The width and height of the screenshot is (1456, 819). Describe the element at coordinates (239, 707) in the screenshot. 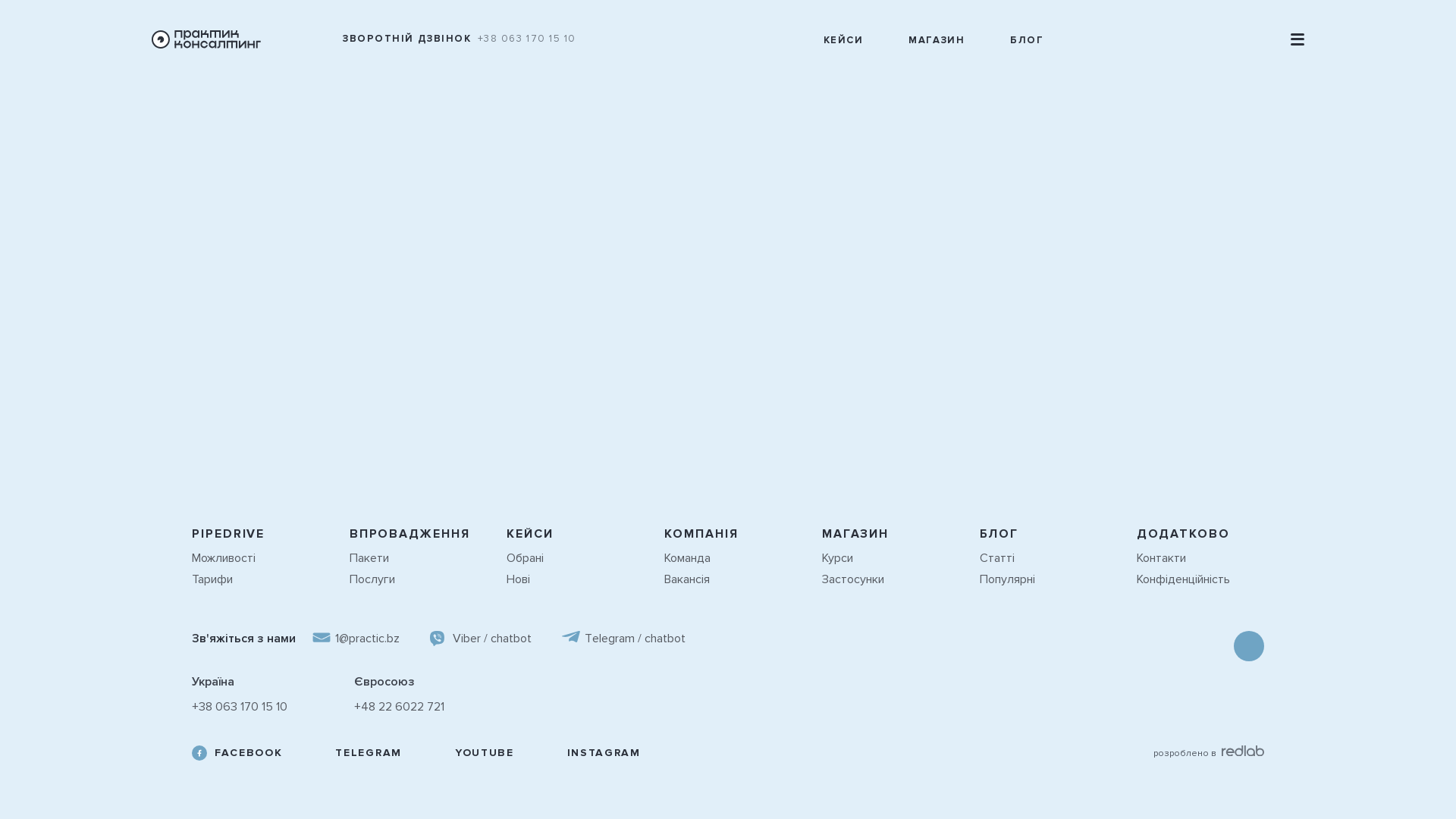

I see `'+38 063 170 15 10'` at that location.